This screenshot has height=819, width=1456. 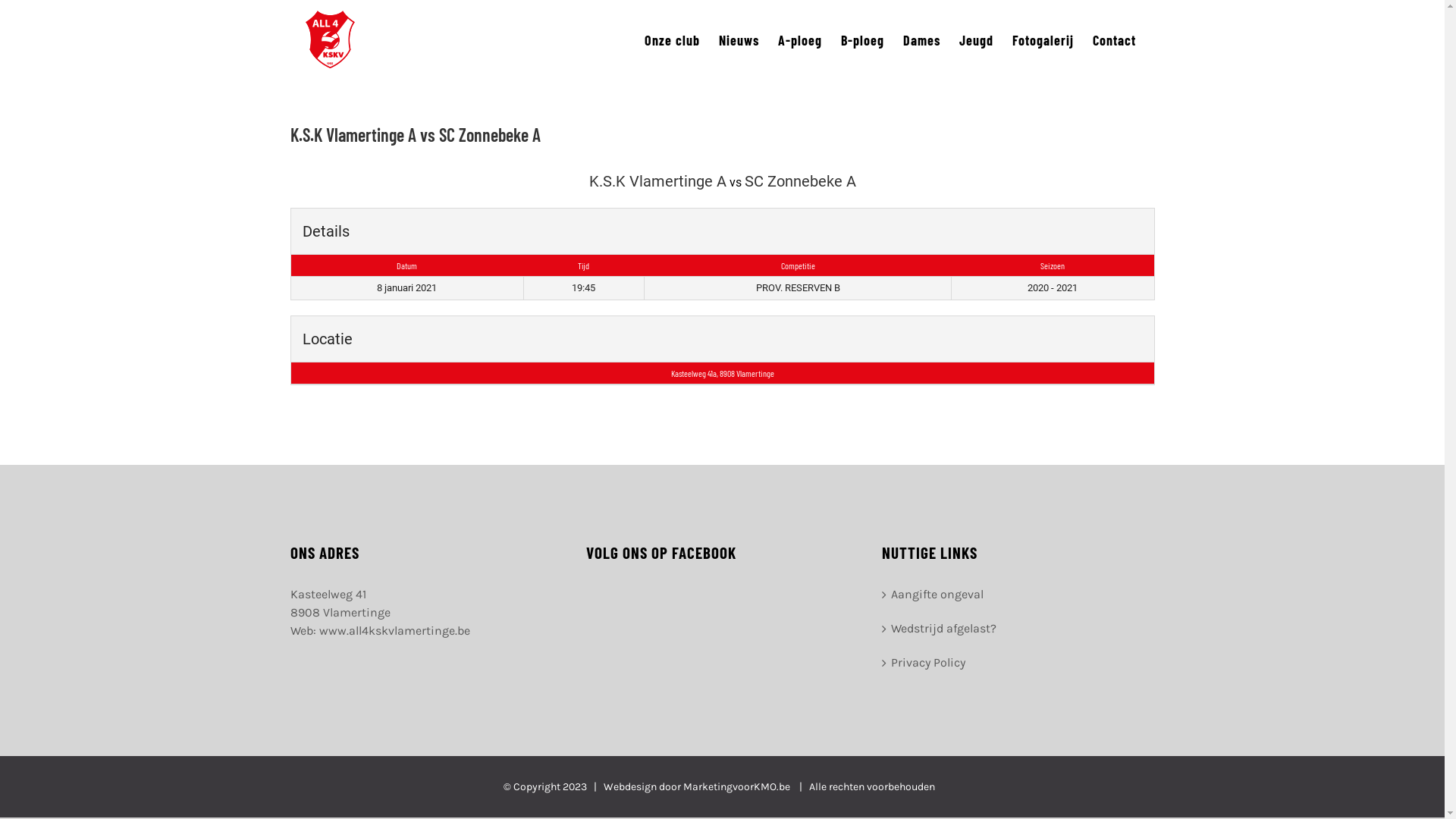 I want to click on 'Nieuws', so click(x=739, y=39).